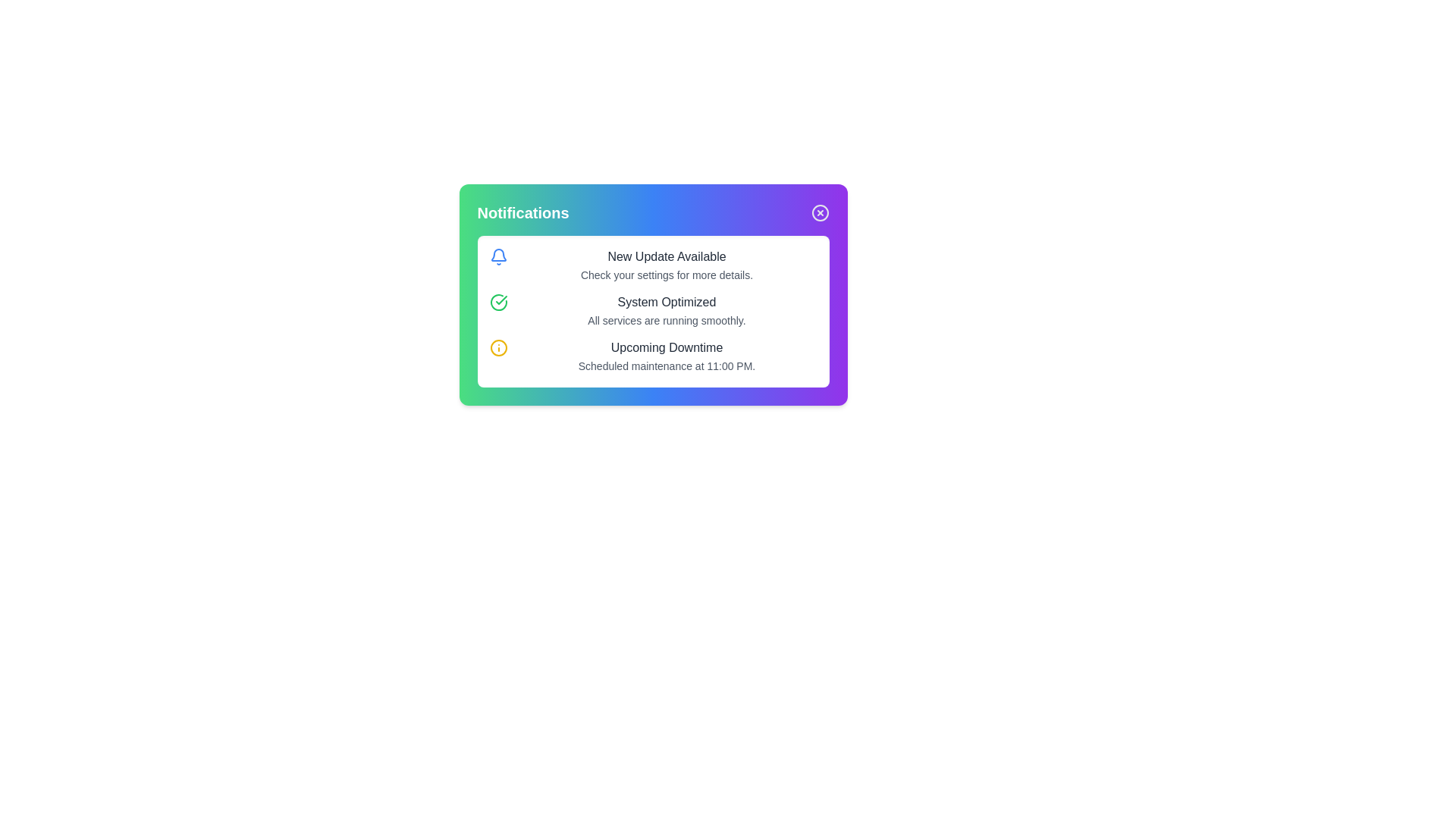 This screenshot has width=1456, height=819. What do you see at coordinates (653, 311) in the screenshot?
I see `the informational notification card that indicates all services are functioning as expected, which is the second item in a vertical list of notifications` at bounding box center [653, 311].